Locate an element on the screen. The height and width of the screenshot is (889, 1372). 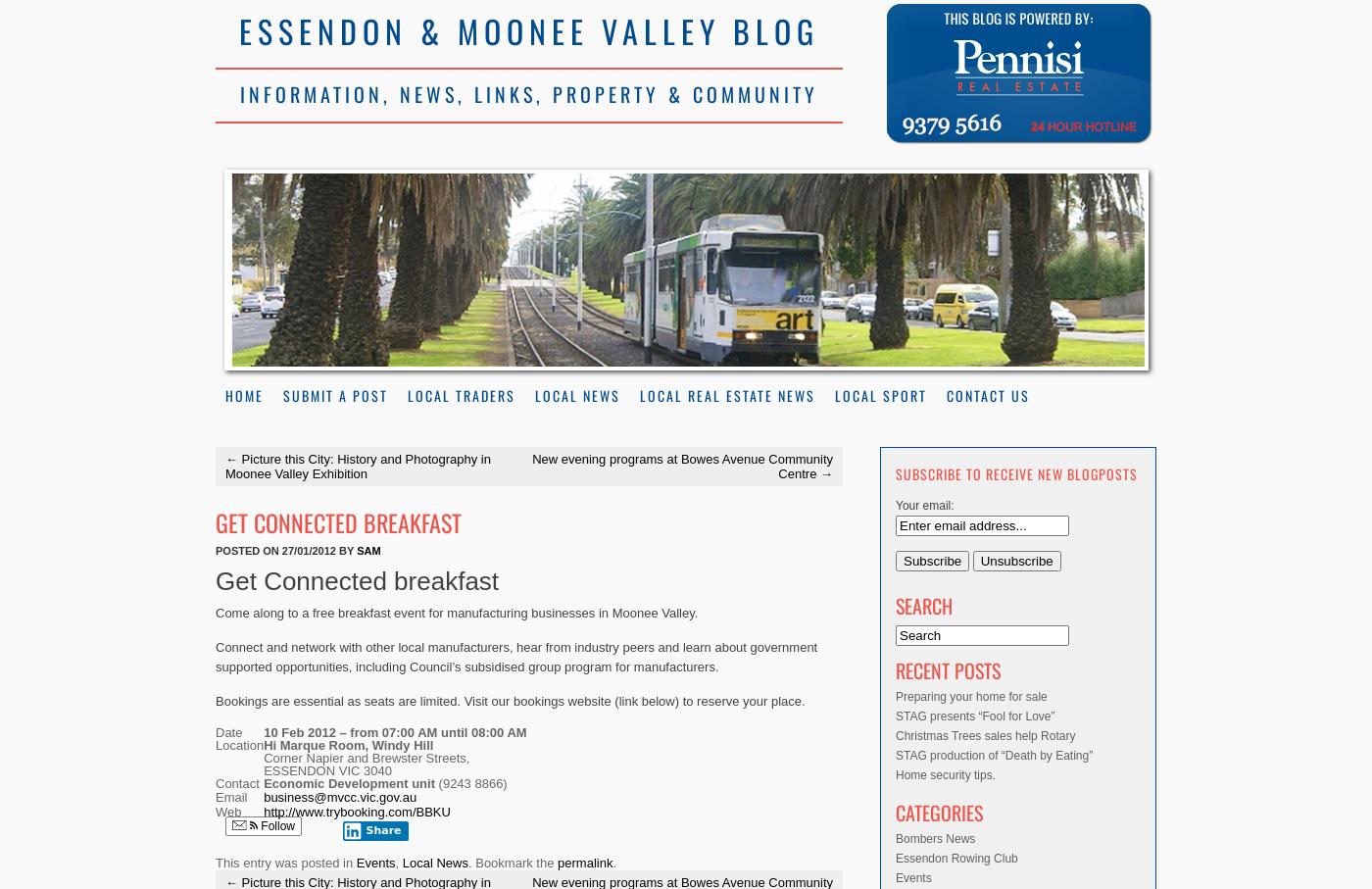
'(9243 8866)' is located at coordinates (470, 782).